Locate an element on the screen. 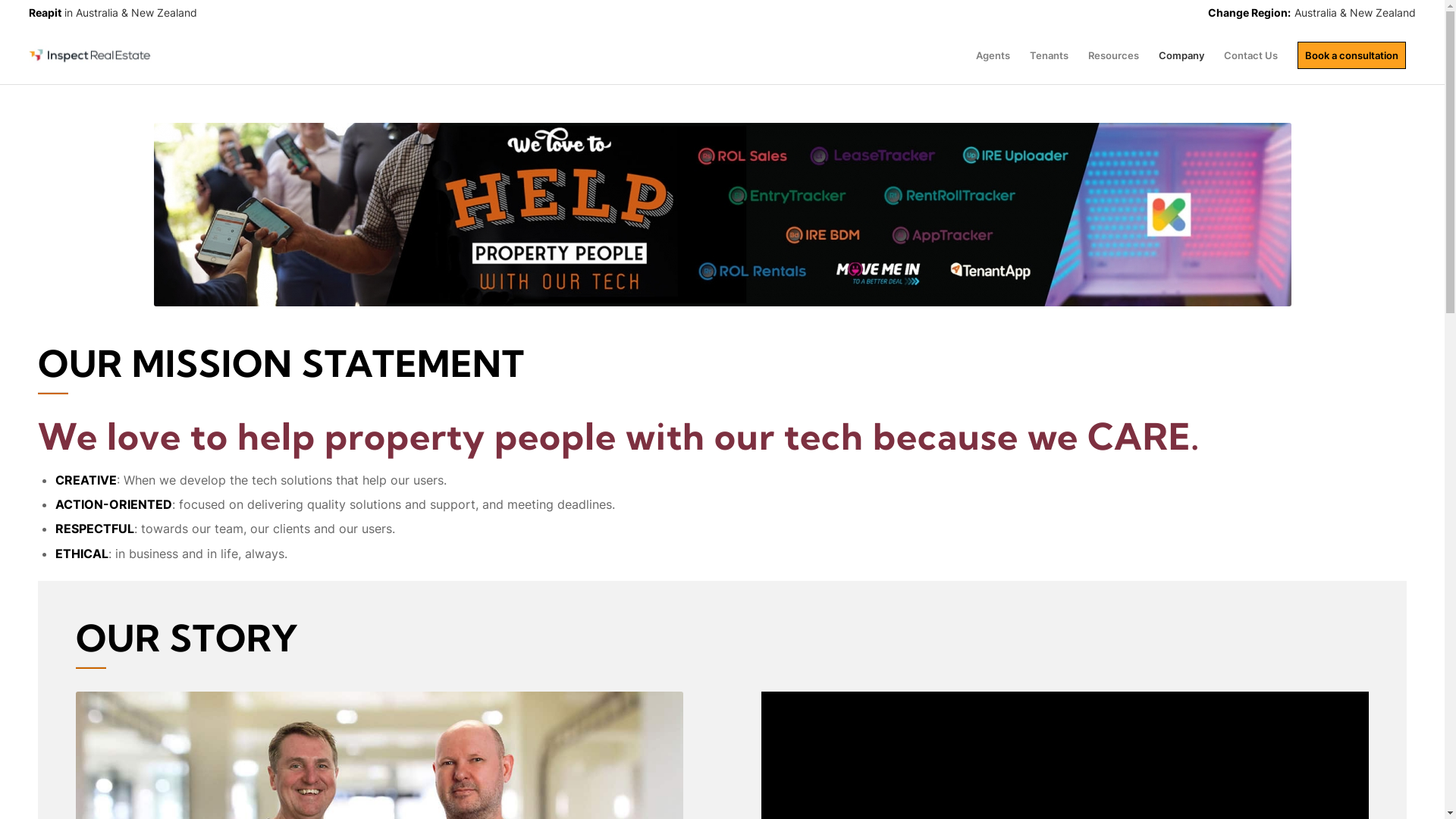  'Agents' is located at coordinates (993, 55).